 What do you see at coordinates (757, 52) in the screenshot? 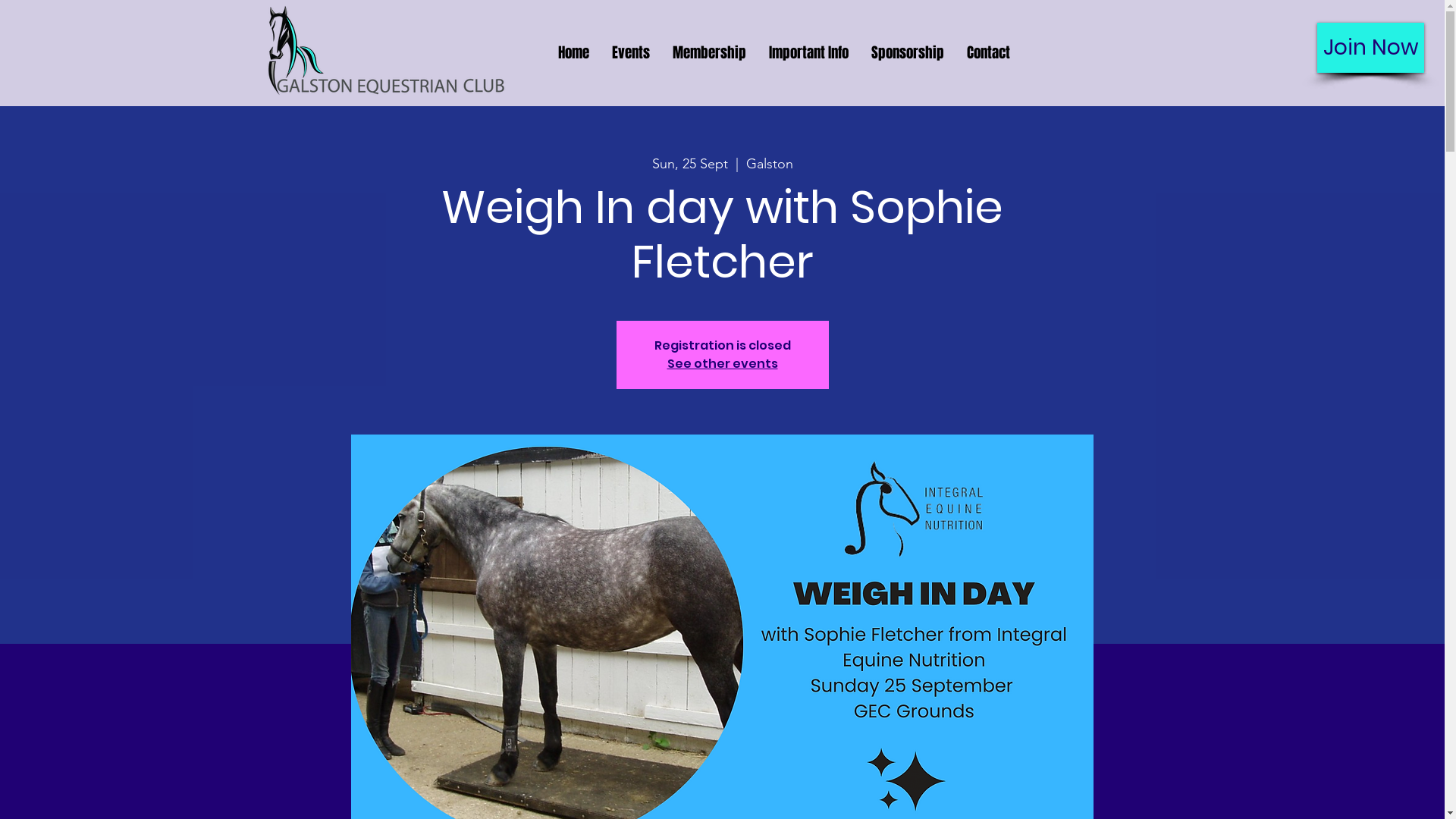
I see `'Important Info'` at bounding box center [757, 52].